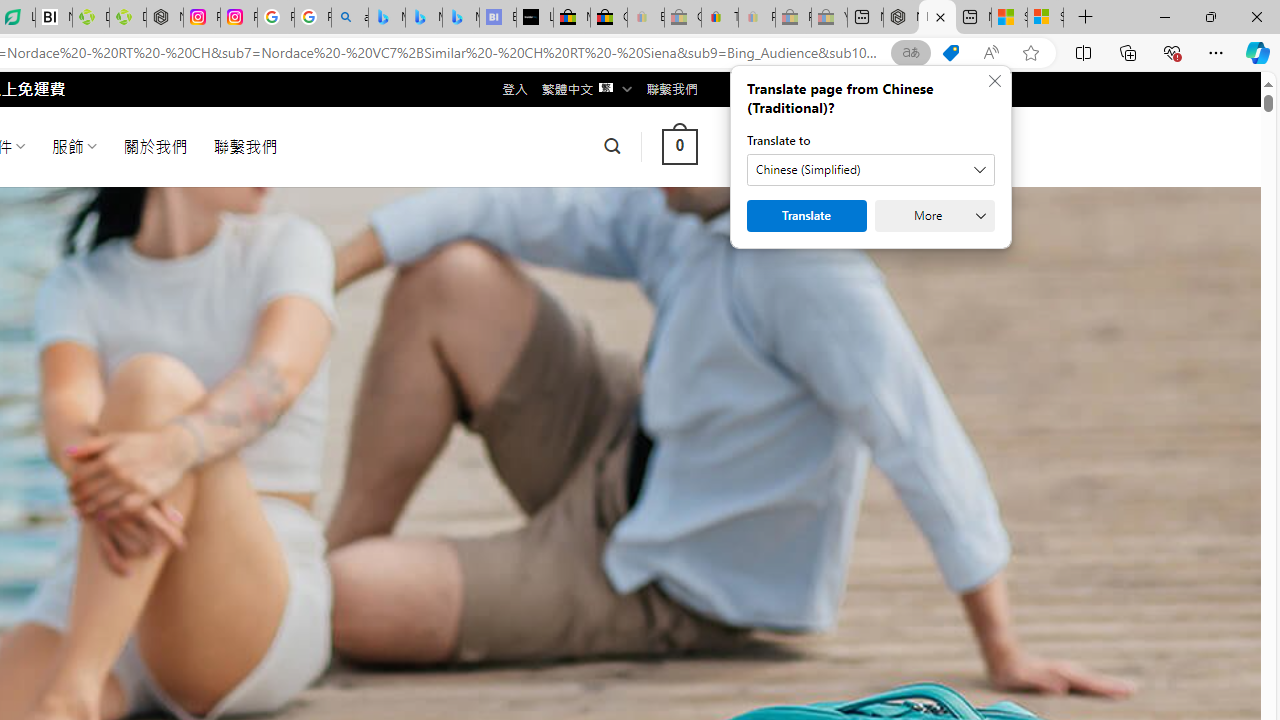  What do you see at coordinates (871, 168) in the screenshot?
I see `'Translate to'` at bounding box center [871, 168].